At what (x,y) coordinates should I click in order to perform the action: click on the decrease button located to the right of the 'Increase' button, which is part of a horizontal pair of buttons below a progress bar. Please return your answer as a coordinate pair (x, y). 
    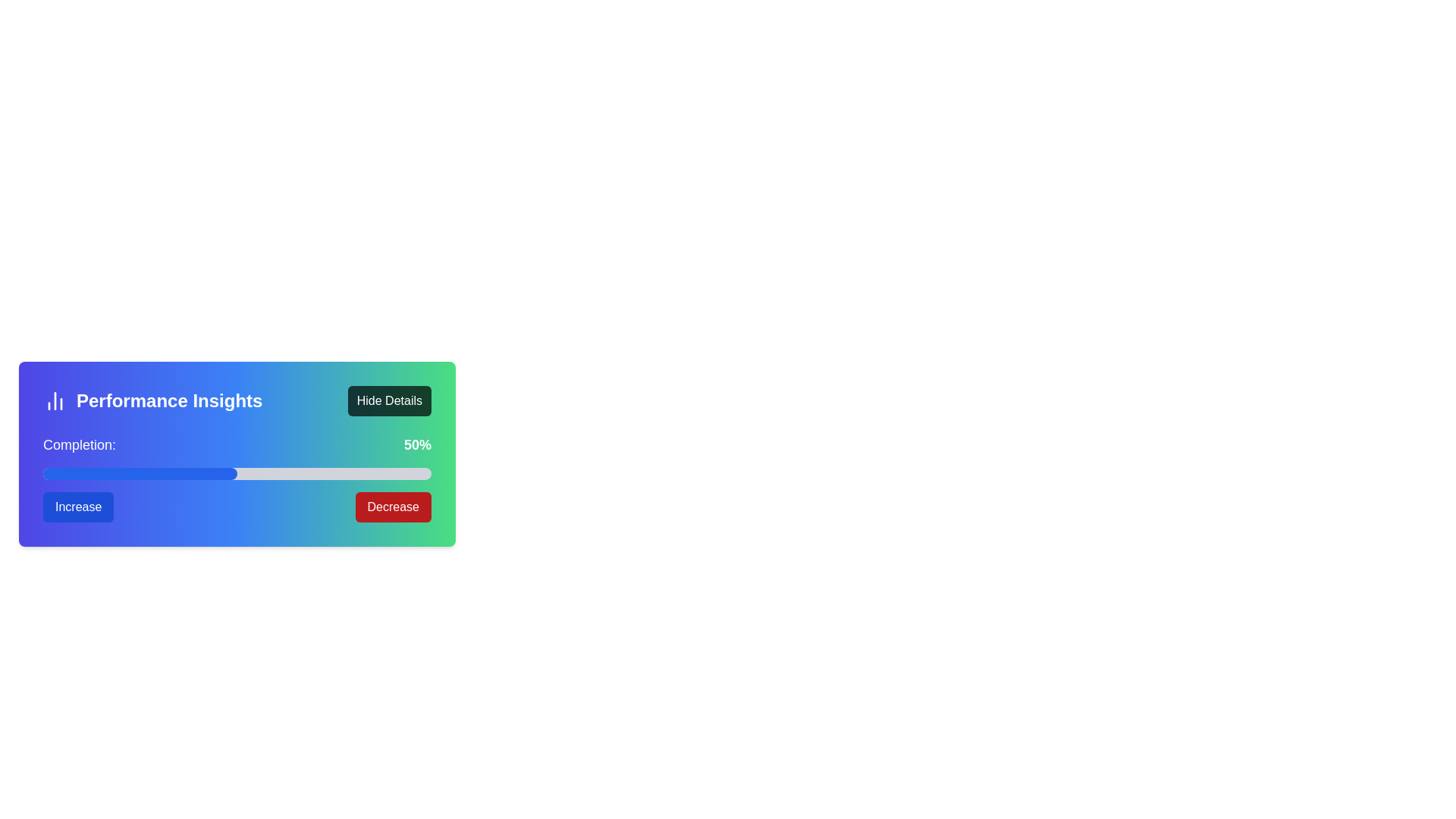
    Looking at the image, I should click on (393, 507).